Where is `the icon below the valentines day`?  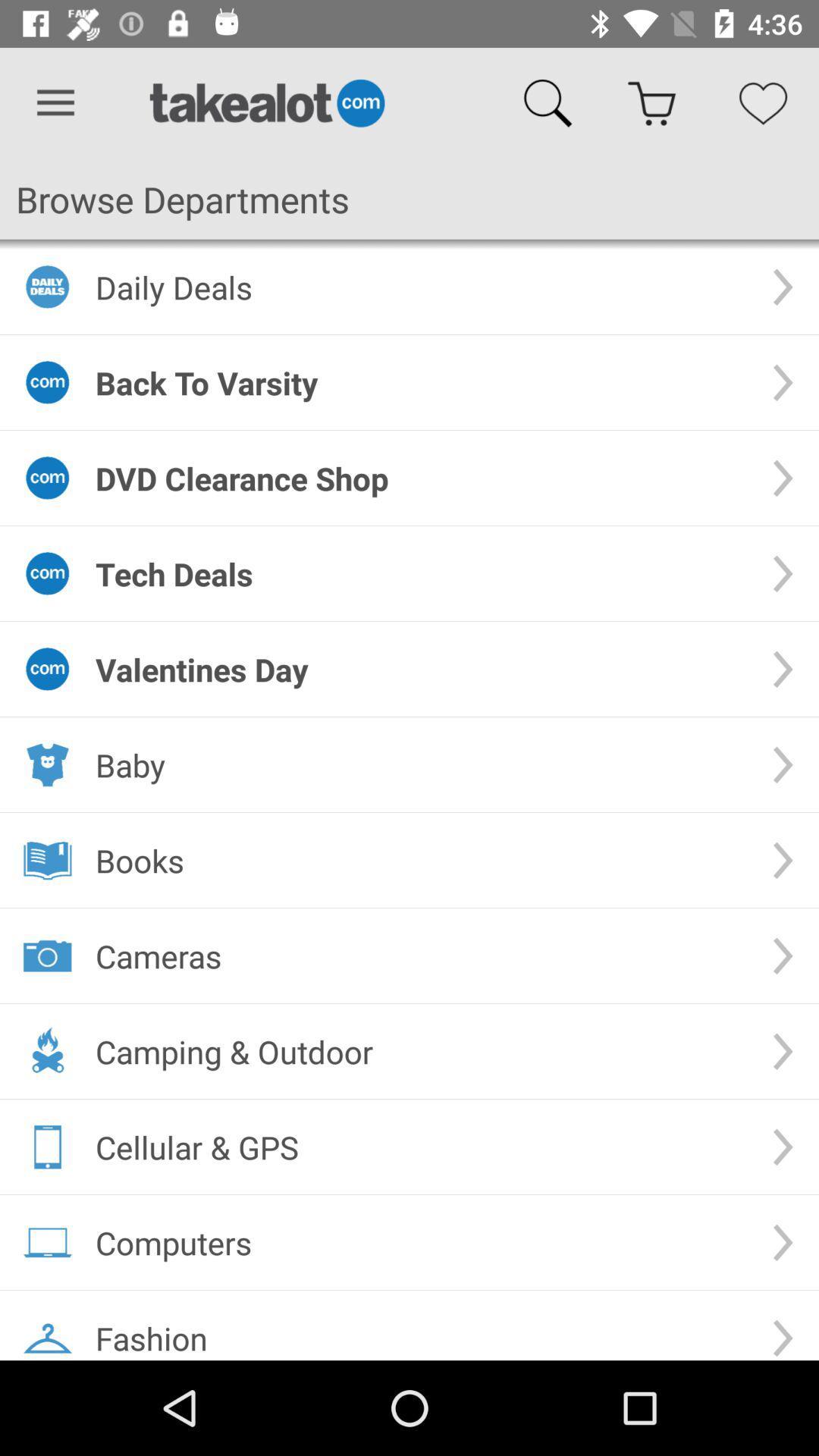 the icon below the valentines day is located at coordinates (421, 764).